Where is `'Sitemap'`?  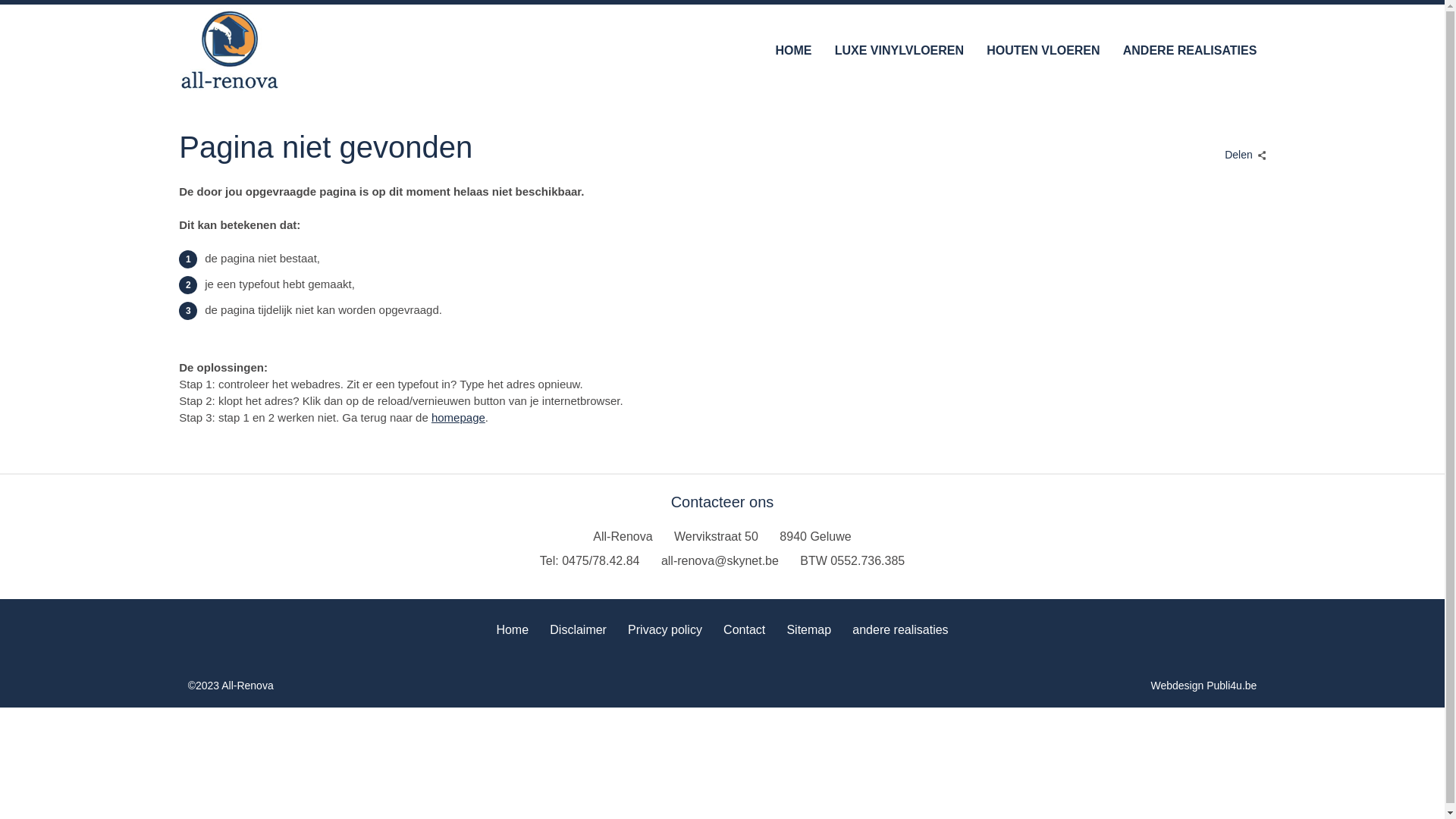 'Sitemap' is located at coordinates (808, 627).